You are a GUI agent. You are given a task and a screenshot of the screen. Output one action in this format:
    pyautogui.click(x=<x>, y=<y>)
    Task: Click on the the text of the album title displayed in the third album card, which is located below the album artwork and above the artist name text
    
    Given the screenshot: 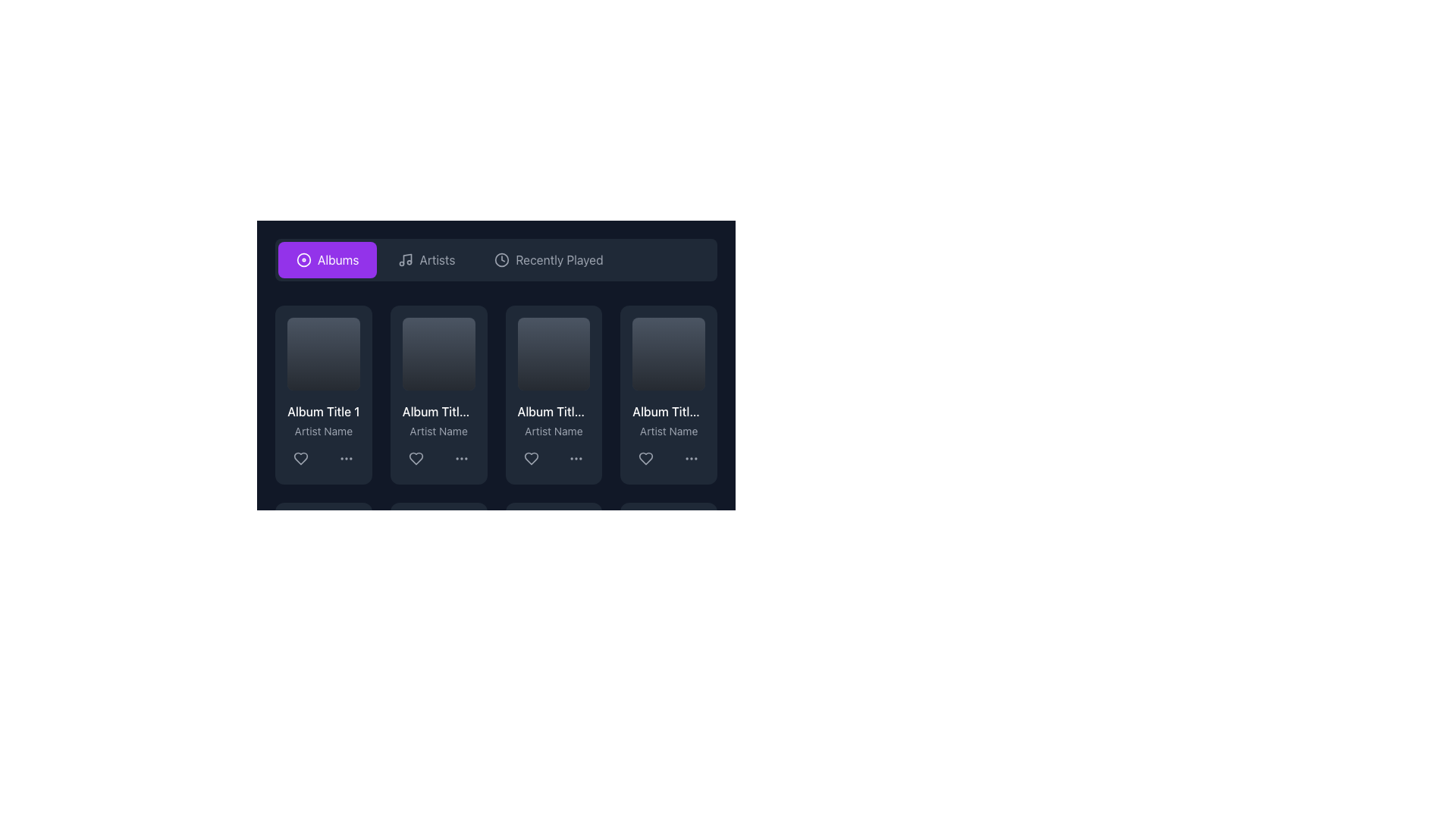 What is the action you would take?
    pyautogui.click(x=553, y=411)
    